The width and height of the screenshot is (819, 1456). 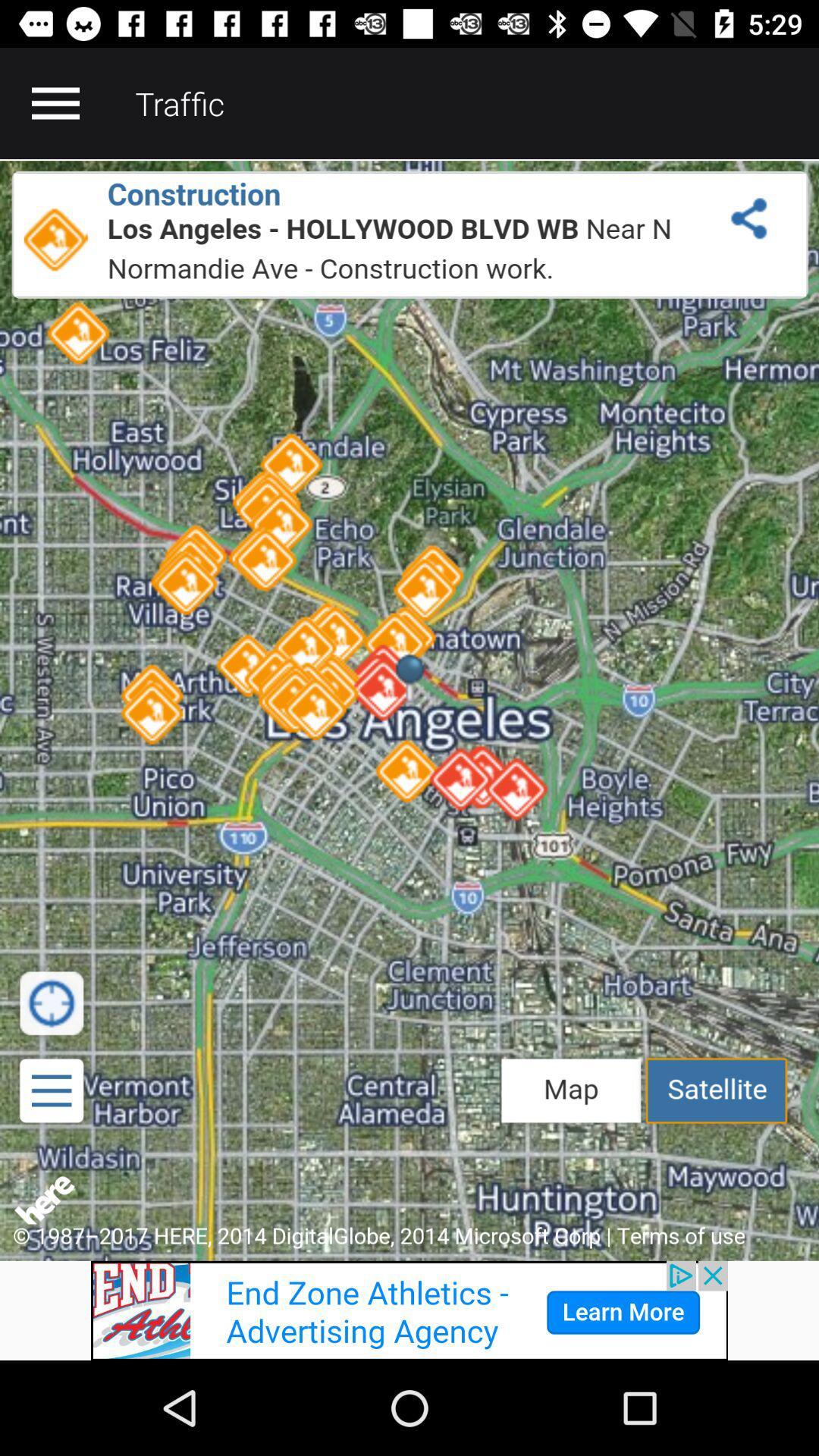 I want to click on menu button, so click(x=55, y=102).